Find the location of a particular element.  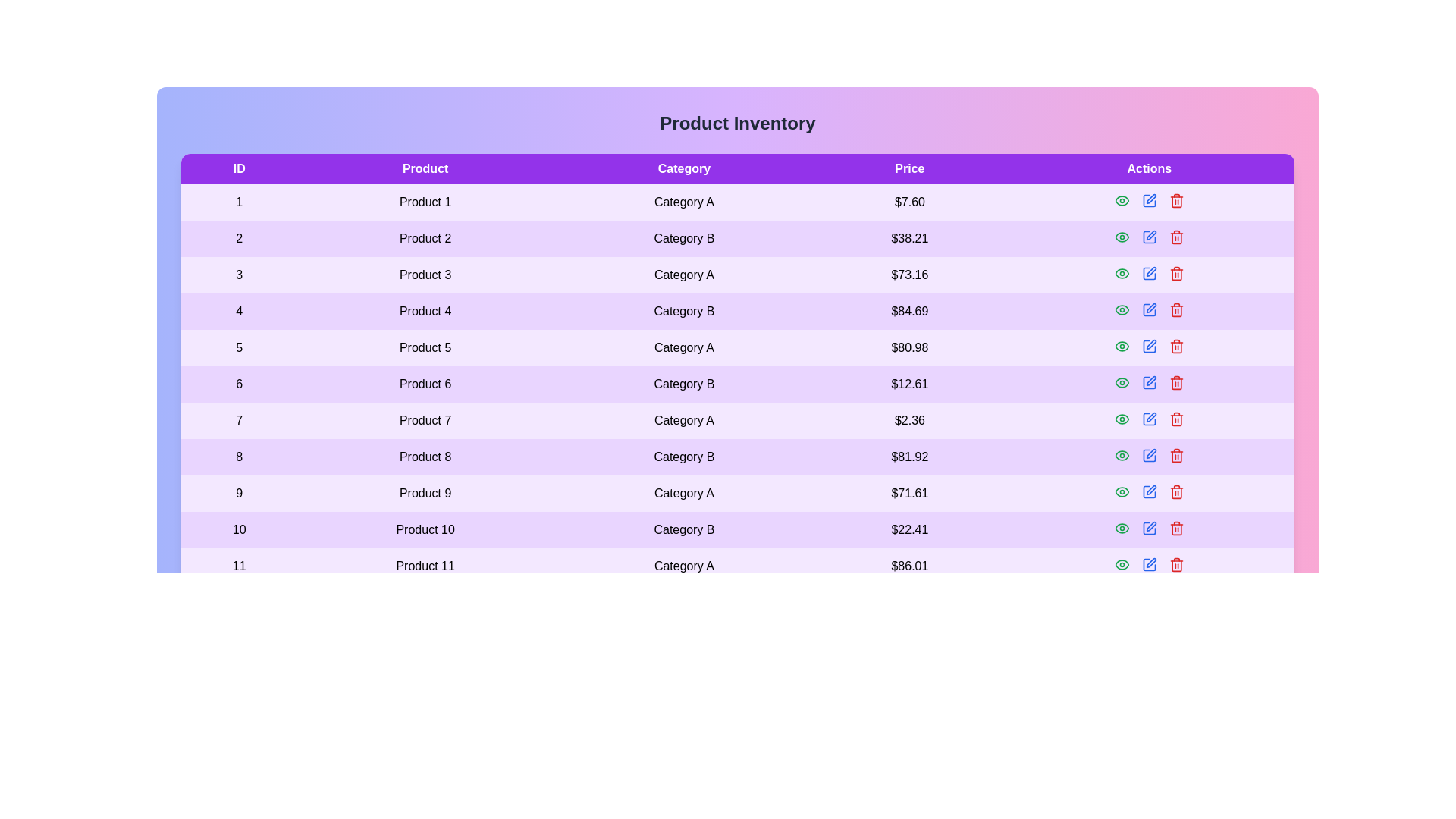

the column header ID to sort the table by that column is located at coordinates (238, 169).